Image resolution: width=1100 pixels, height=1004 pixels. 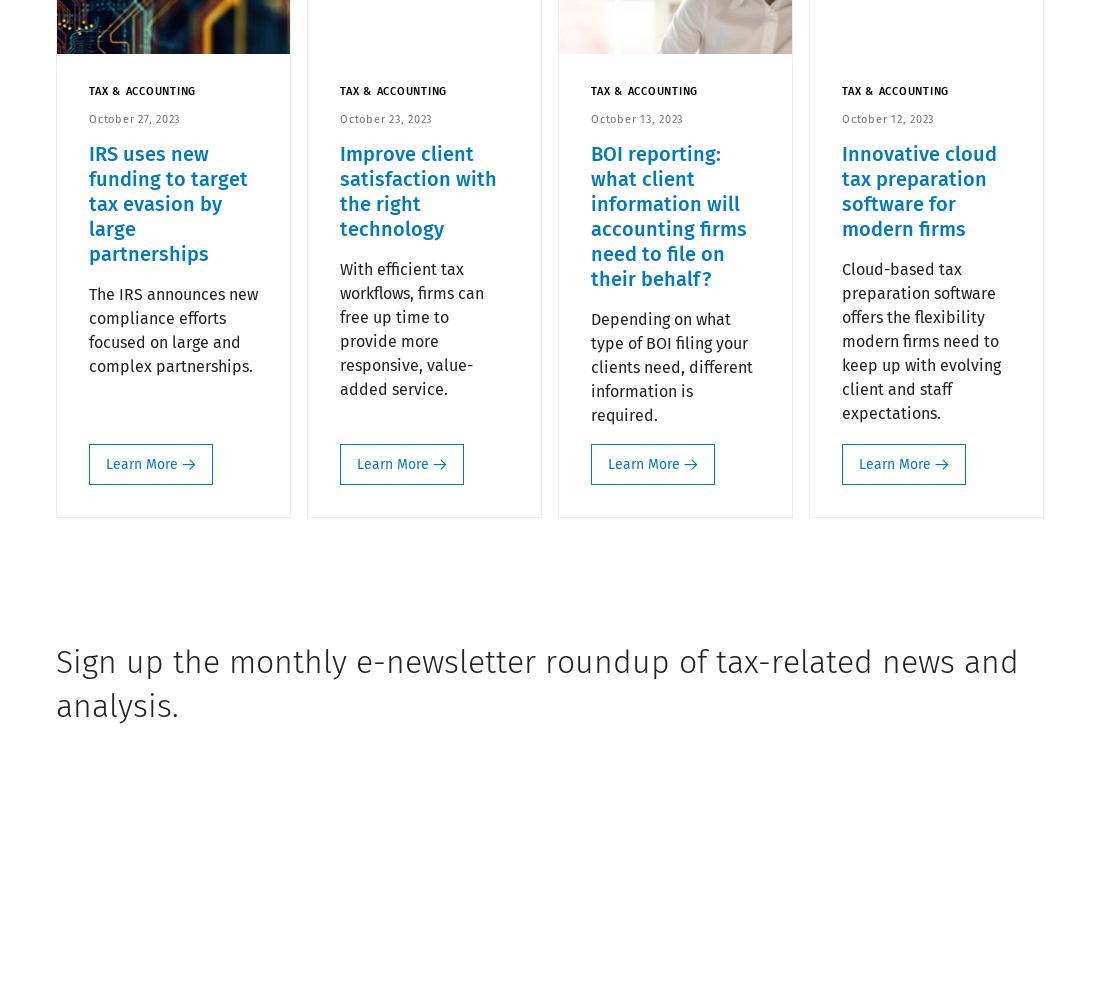 I want to click on 'October 27, 2023', so click(x=88, y=118).